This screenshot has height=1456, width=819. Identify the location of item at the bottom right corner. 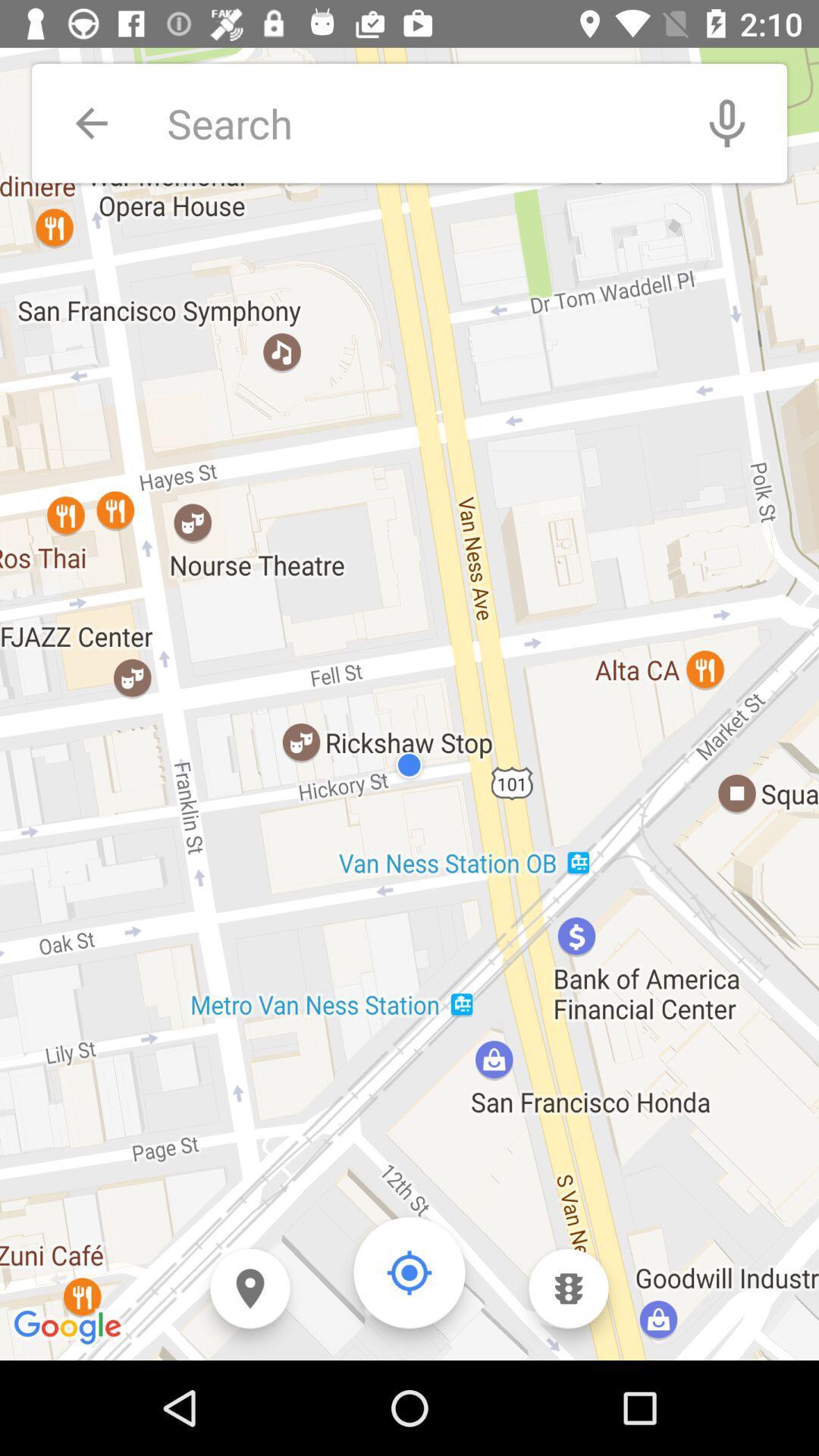
(568, 1288).